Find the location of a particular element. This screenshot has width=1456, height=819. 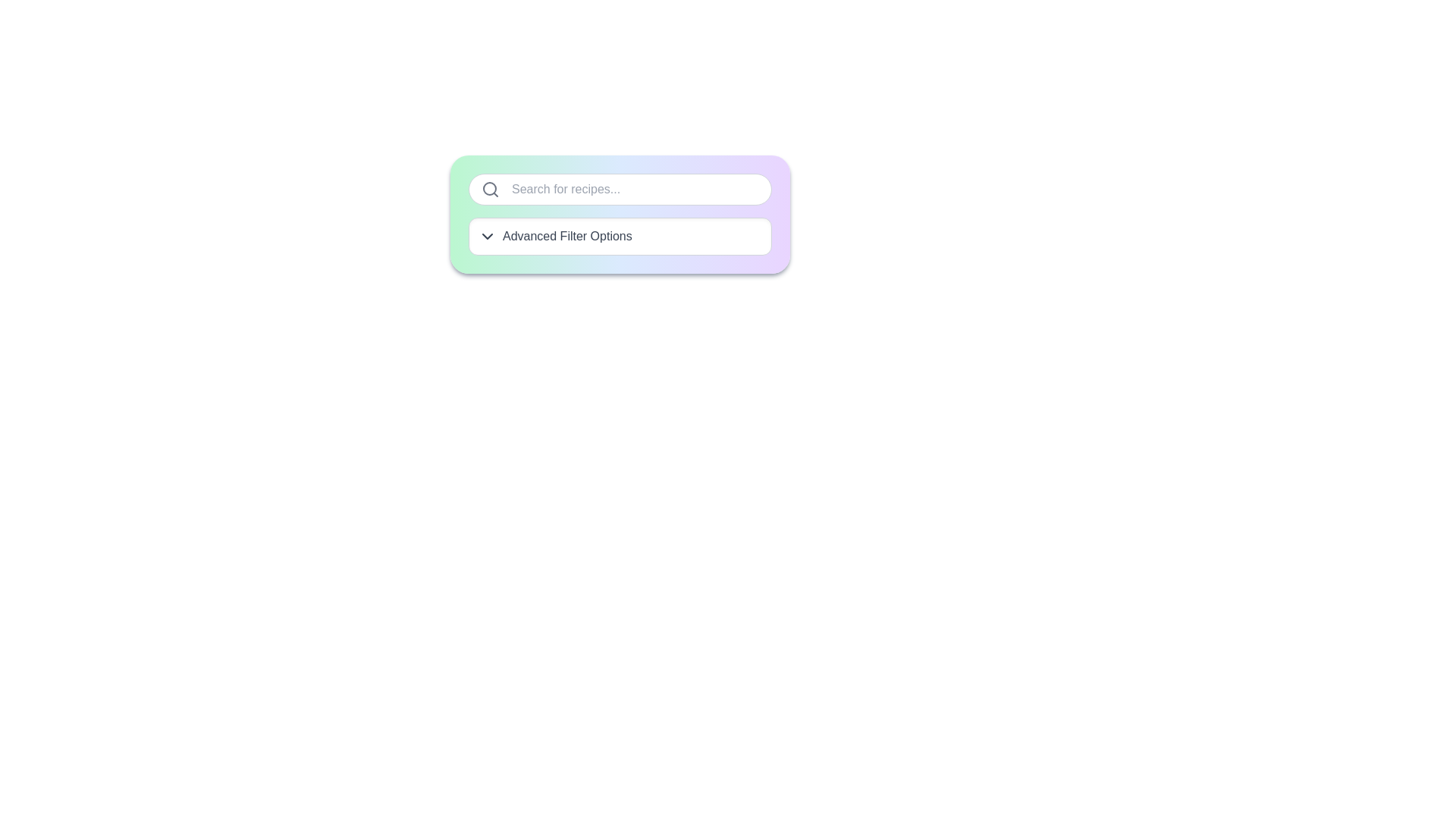

the search icon located in the top-left corner of the rounded rectangular search bar, which symbolizes a search action is located at coordinates (491, 189).